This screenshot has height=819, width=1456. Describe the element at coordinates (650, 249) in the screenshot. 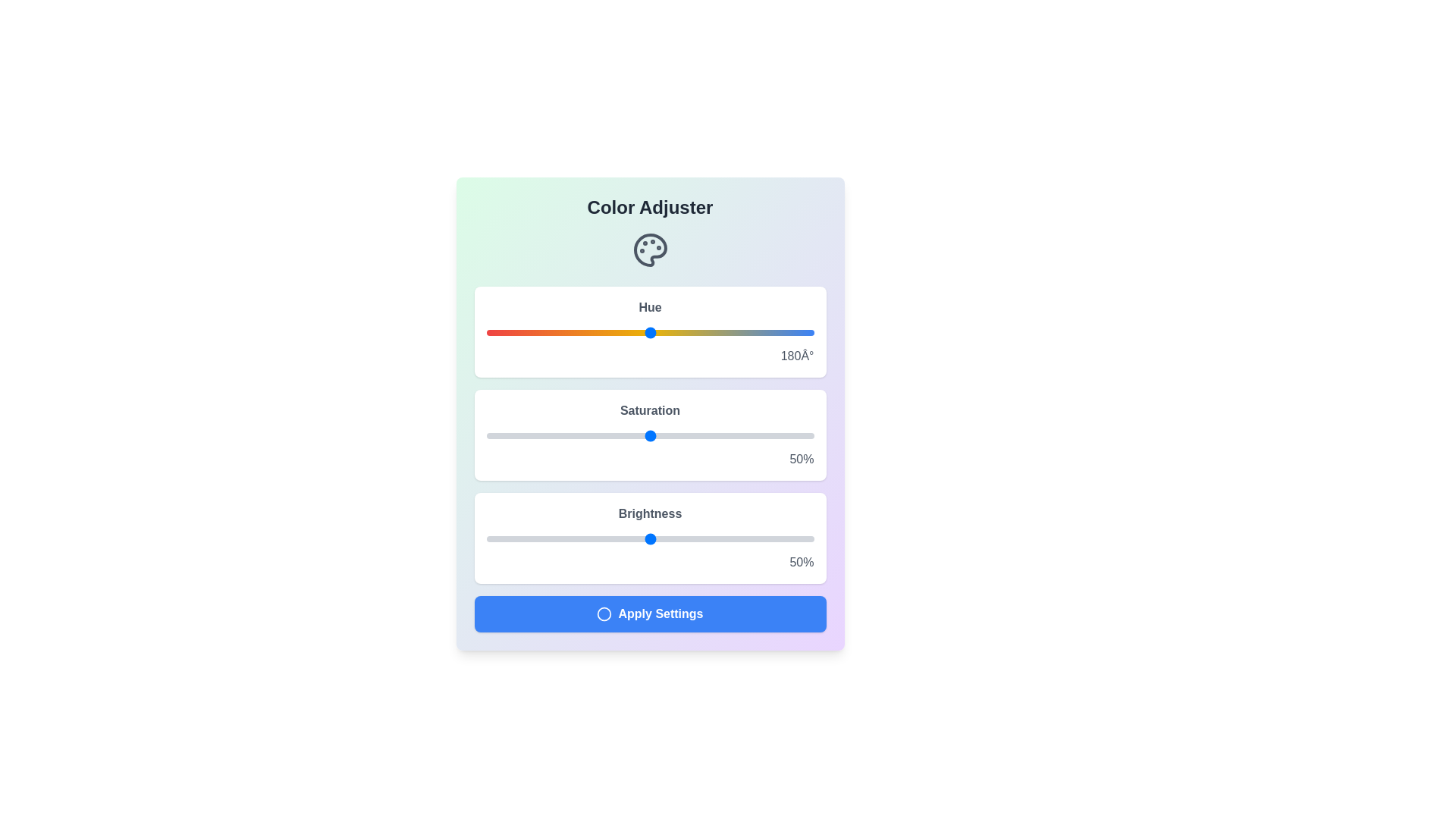

I see `the 'Palette' icon to initiate the aesthetic interaction` at that location.